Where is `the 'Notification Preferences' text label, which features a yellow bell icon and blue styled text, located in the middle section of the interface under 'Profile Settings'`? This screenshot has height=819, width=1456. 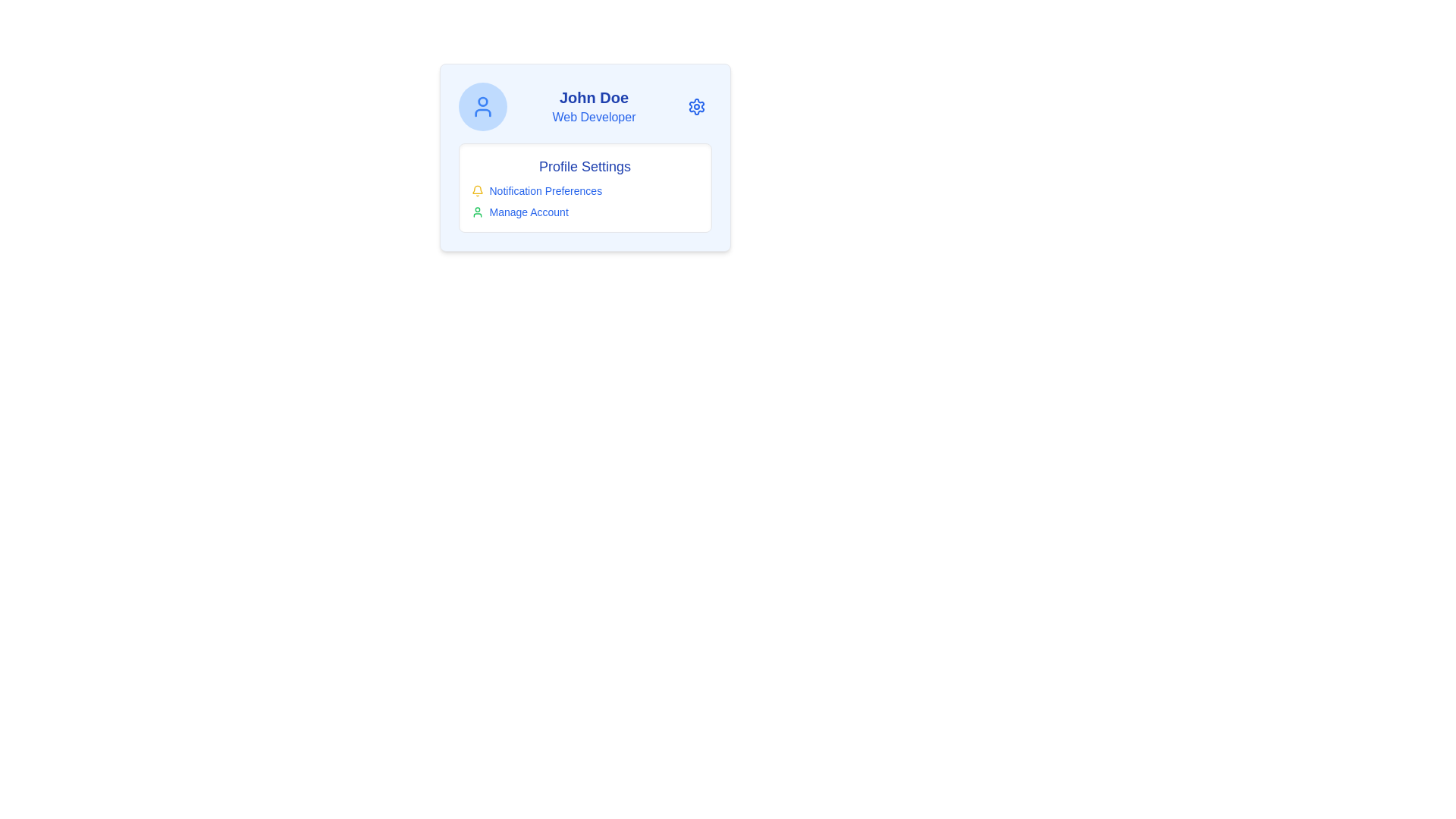 the 'Notification Preferences' text label, which features a yellow bell icon and blue styled text, located in the middle section of the interface under 'Profile Settings' is located at coordinates (584, 190).